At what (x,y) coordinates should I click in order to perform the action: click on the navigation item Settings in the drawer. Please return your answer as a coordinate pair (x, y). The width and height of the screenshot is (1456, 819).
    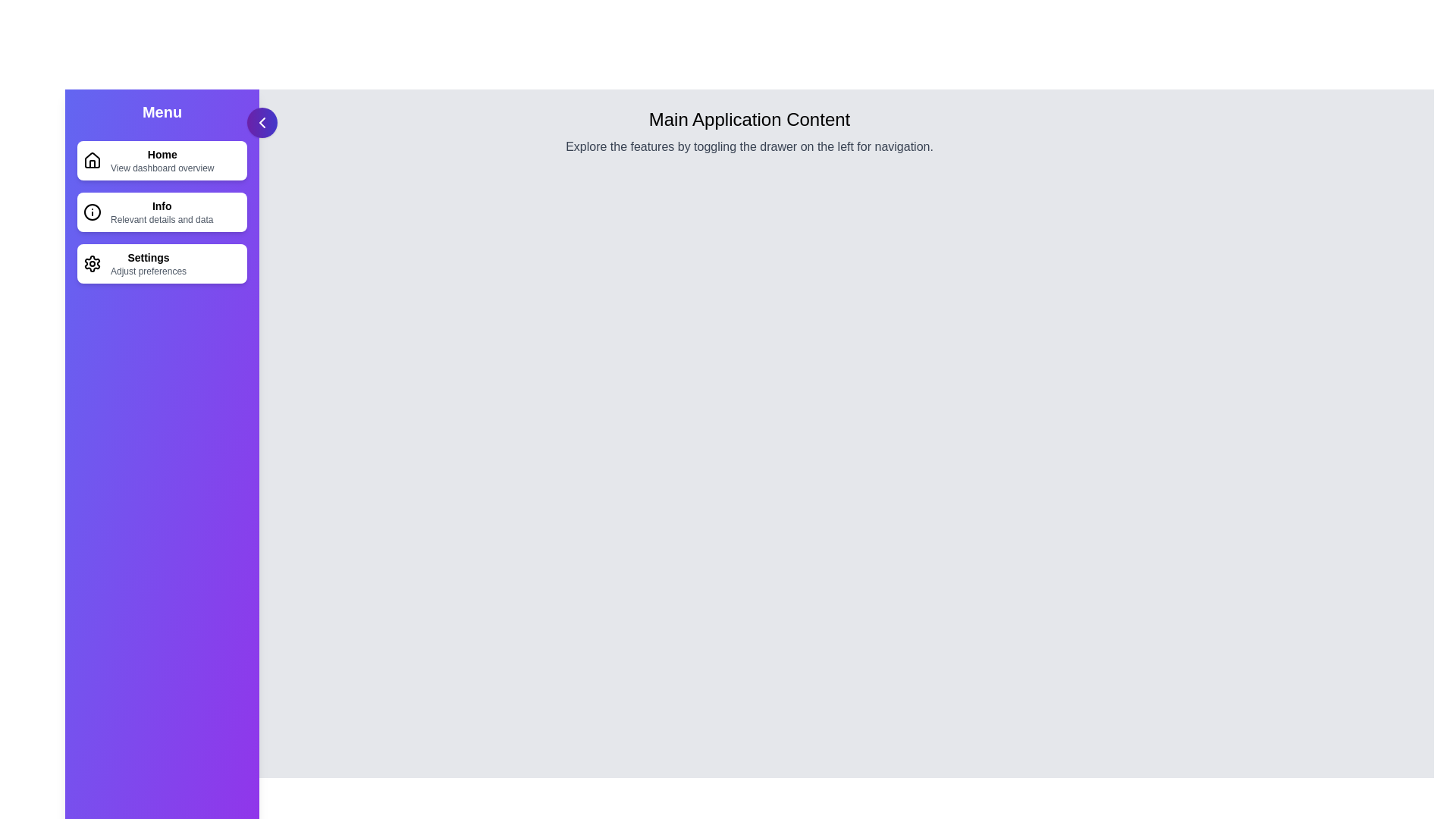
    Looking at the image, I should click on (162, 262).